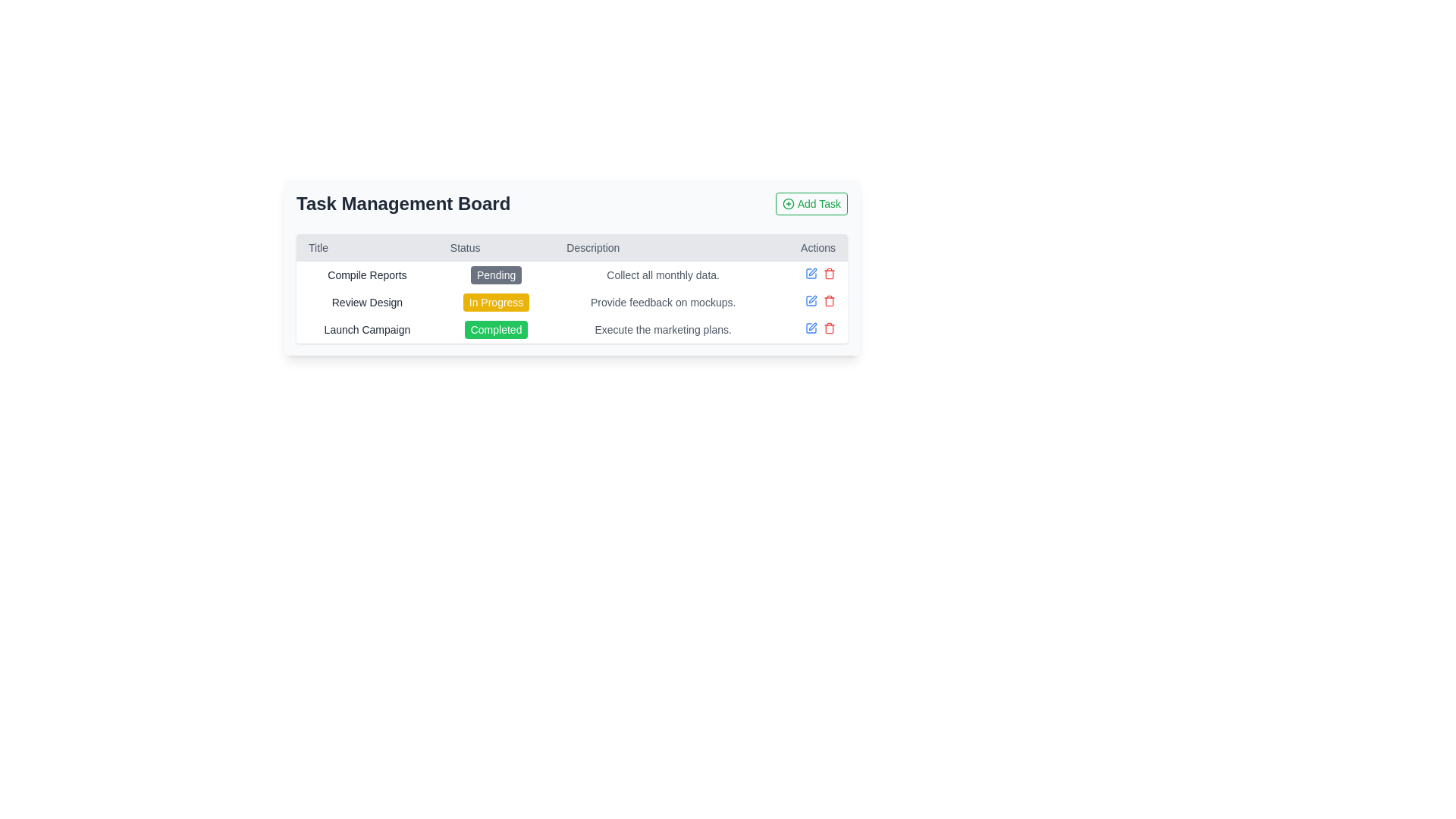 The image size is (1456, 819). What do you see at coordinates (496, 329) in the screenshot?
I see `the 'Completed' label with white text on a green background in the 'Status' column of the third row in the 'Task Management Board' table, aligned with the task entry 'Launch Campaign'` at bounding box center [496, 329].